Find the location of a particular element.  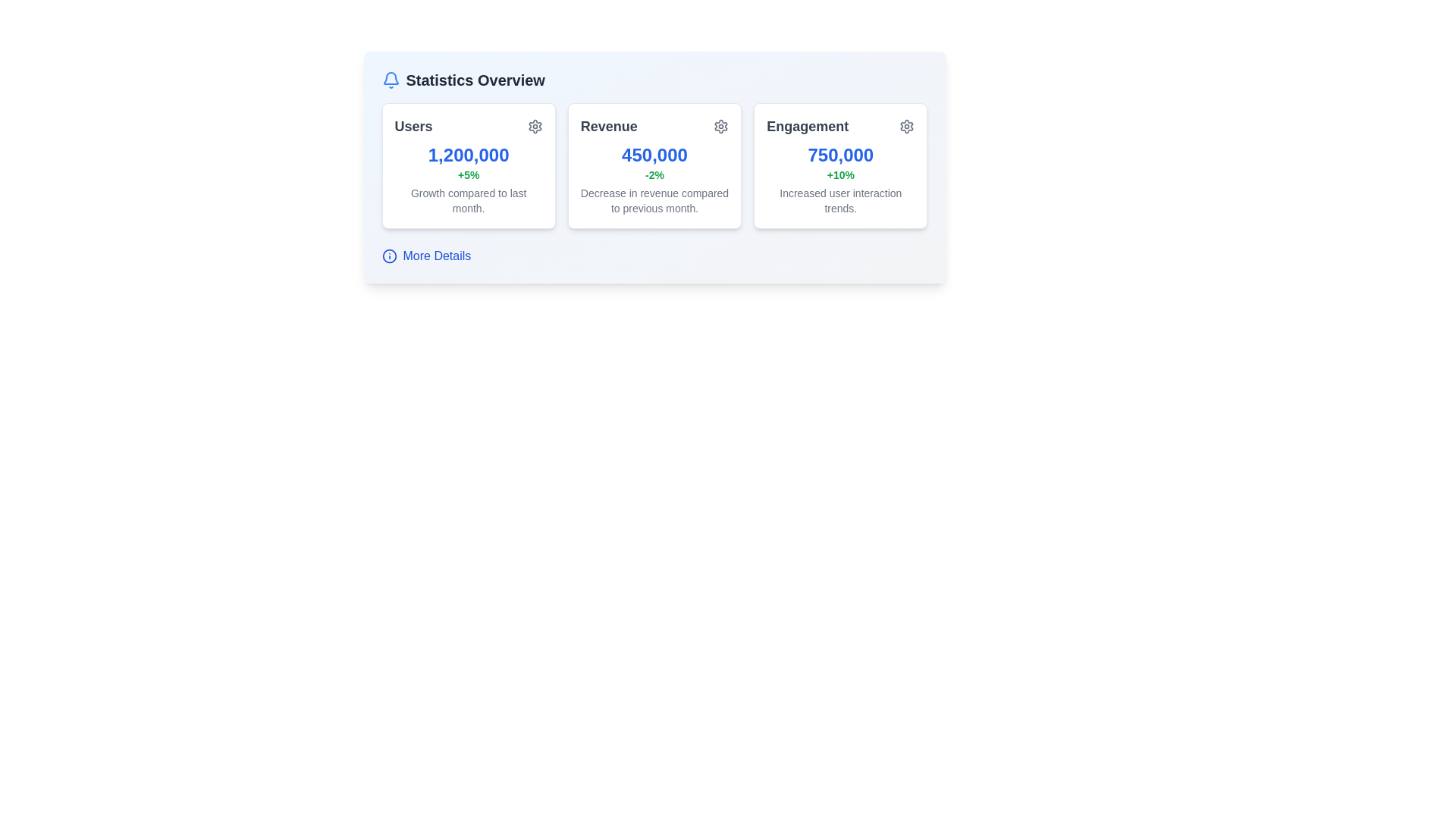

the Text Label displaying the percentage decrease in revenue is located at coordinates (654, 174).